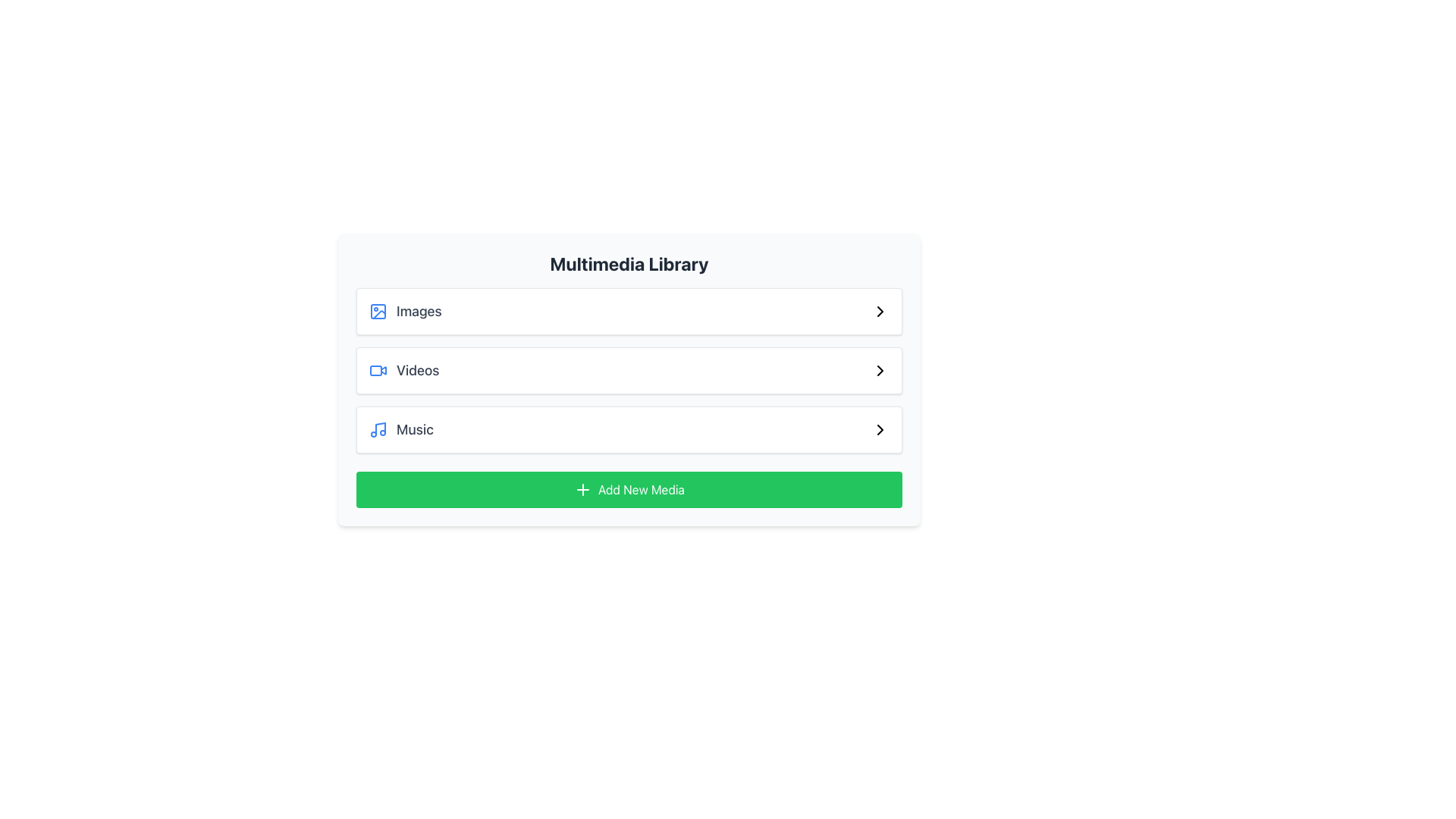 This screenshot has height=819, width=1456. I want to click on the 'Images' textual label, which is styled in gray with medium font weight, located next to an image icon in the Multimedia Library interface, so click(419, 311).